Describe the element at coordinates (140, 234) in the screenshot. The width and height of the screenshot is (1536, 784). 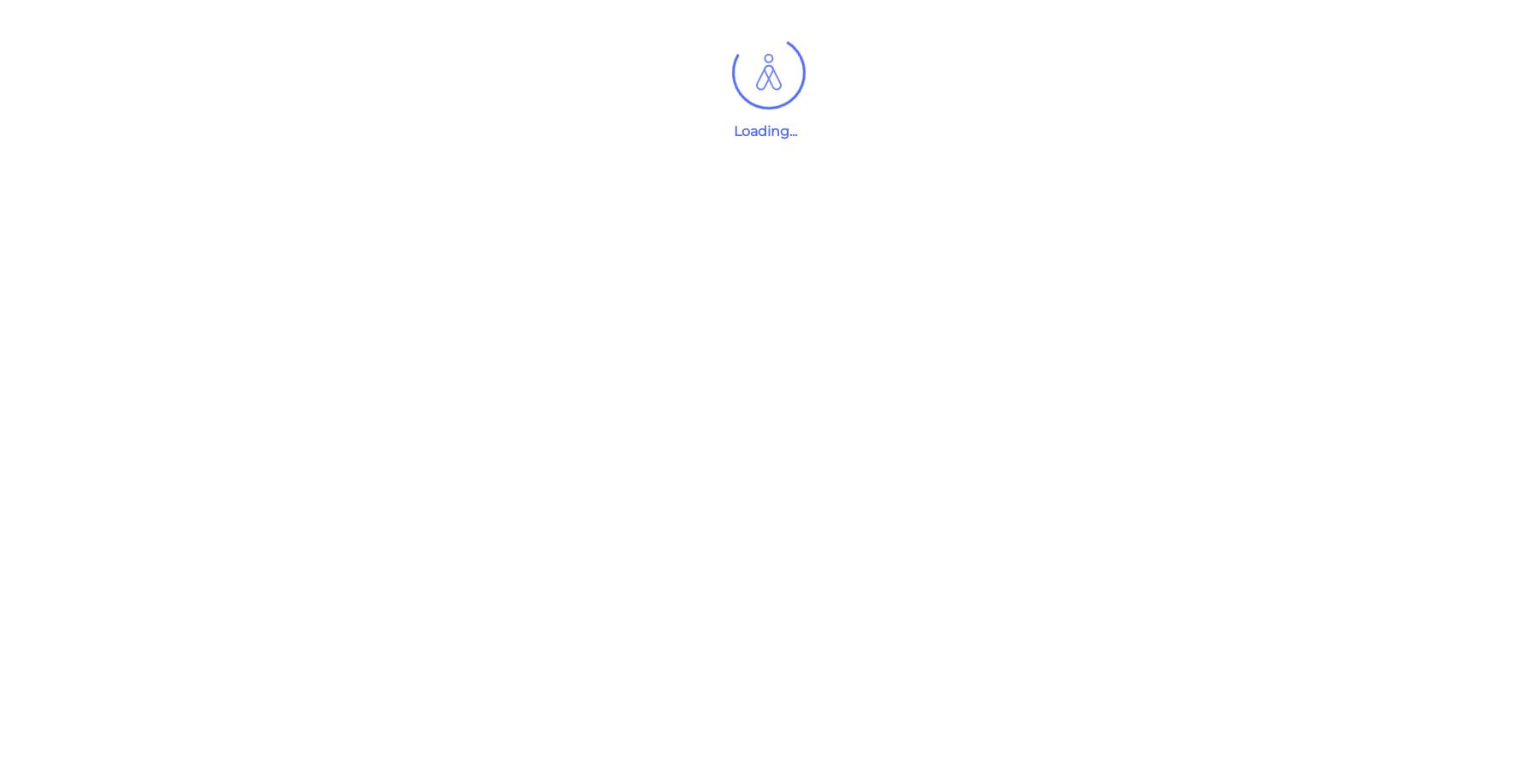
I see `'Recruitment'` at that location.